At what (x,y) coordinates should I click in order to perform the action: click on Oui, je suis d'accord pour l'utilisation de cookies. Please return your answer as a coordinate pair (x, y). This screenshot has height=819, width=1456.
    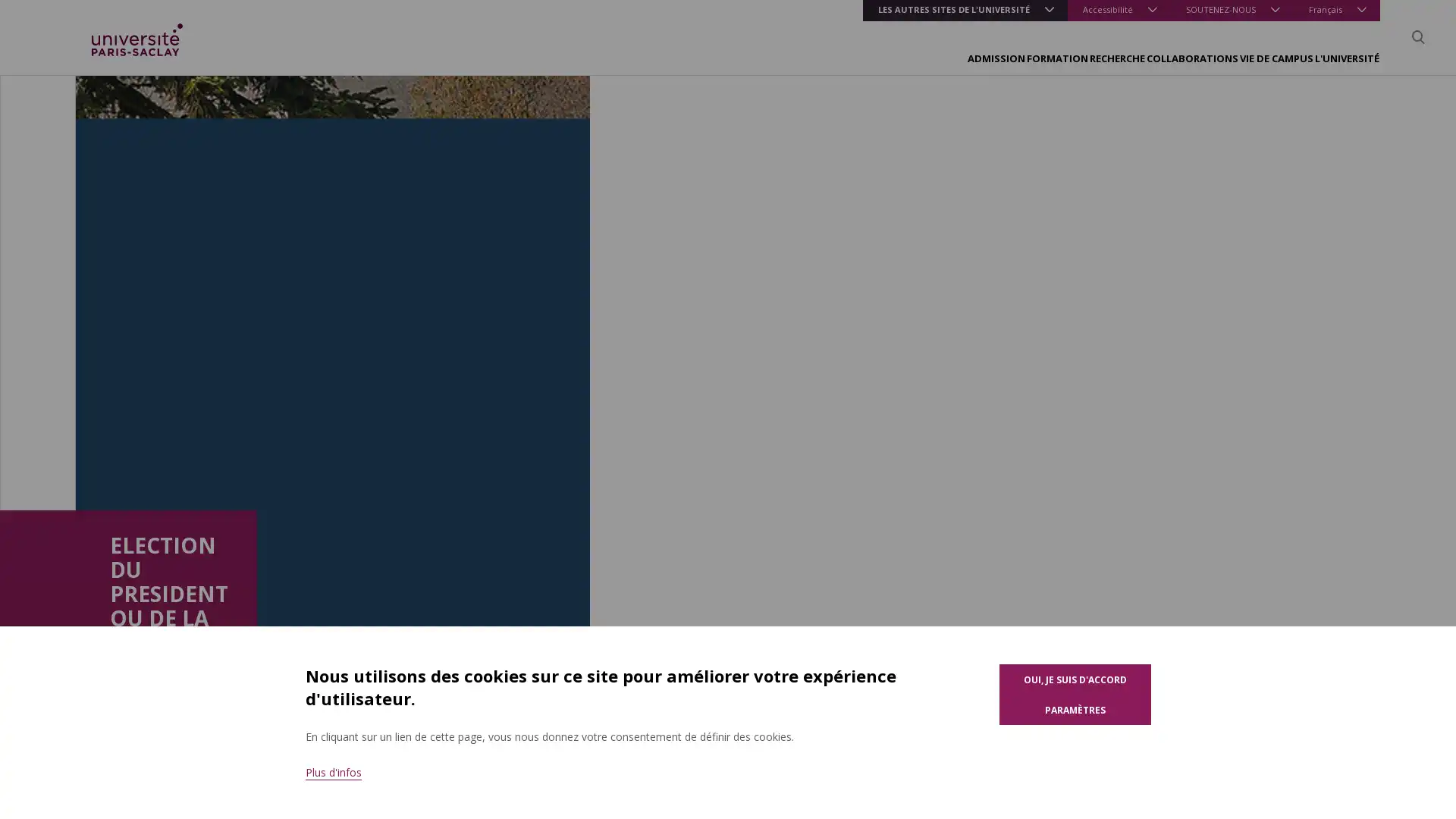
    Looking at the image, I should click on (1073, 678).